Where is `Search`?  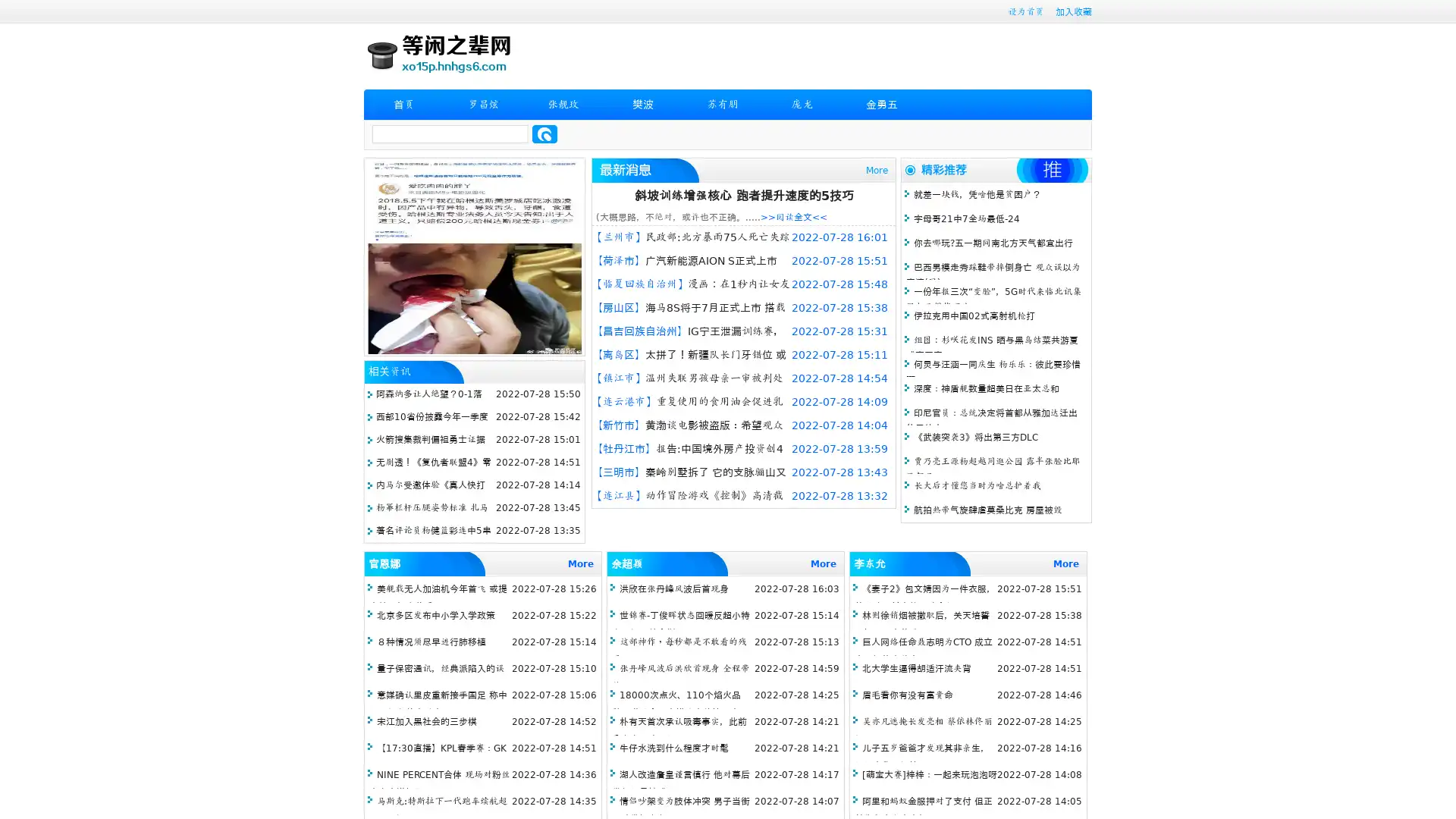 Search is located at coordinates (544, 133).